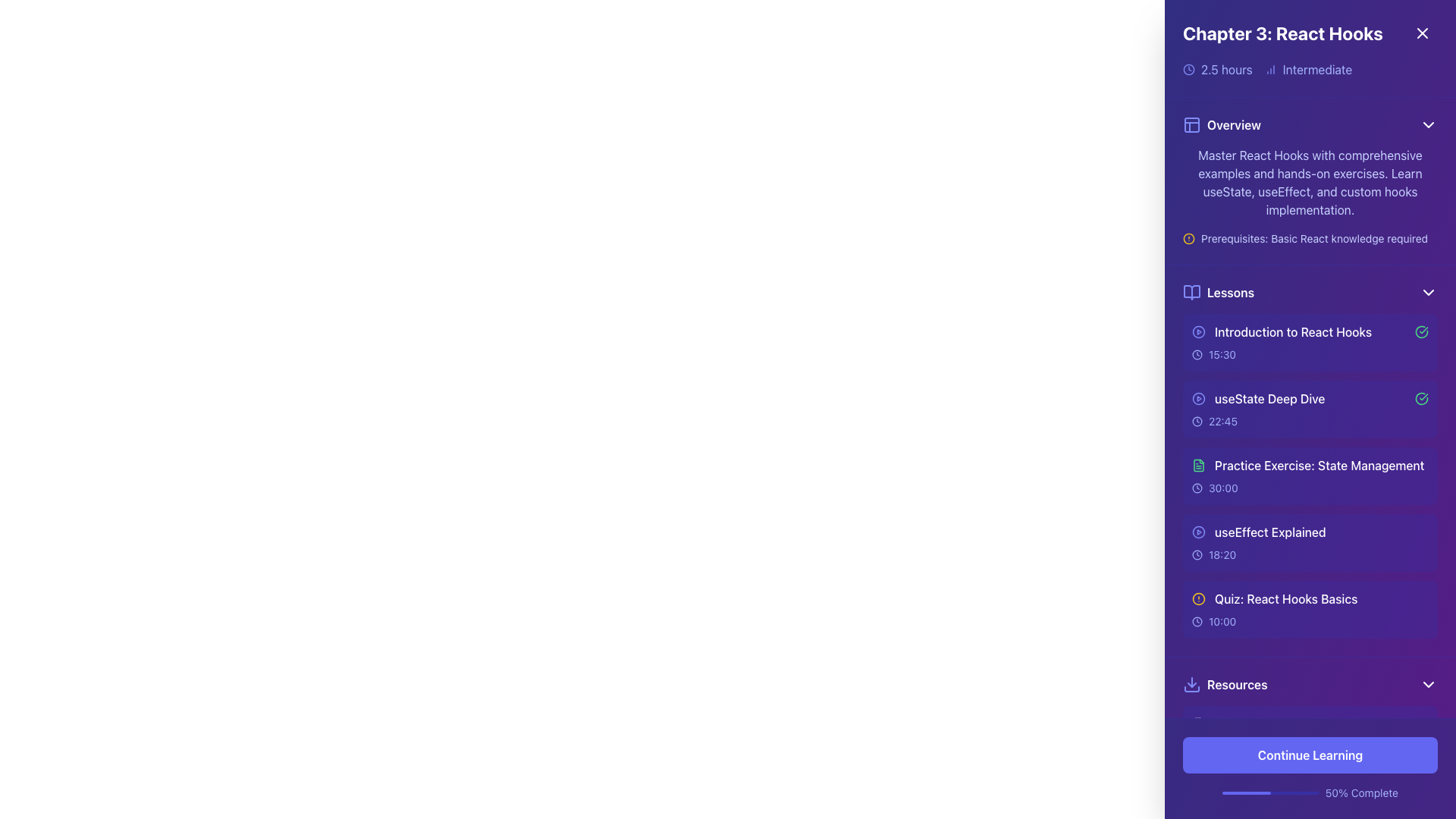 This screenshot has height=819, width=1456. I want to click on the interactive circle SVG element that highlights the lesson labeled 'Quiz: React Hooks Basics', so click(1197, 598).